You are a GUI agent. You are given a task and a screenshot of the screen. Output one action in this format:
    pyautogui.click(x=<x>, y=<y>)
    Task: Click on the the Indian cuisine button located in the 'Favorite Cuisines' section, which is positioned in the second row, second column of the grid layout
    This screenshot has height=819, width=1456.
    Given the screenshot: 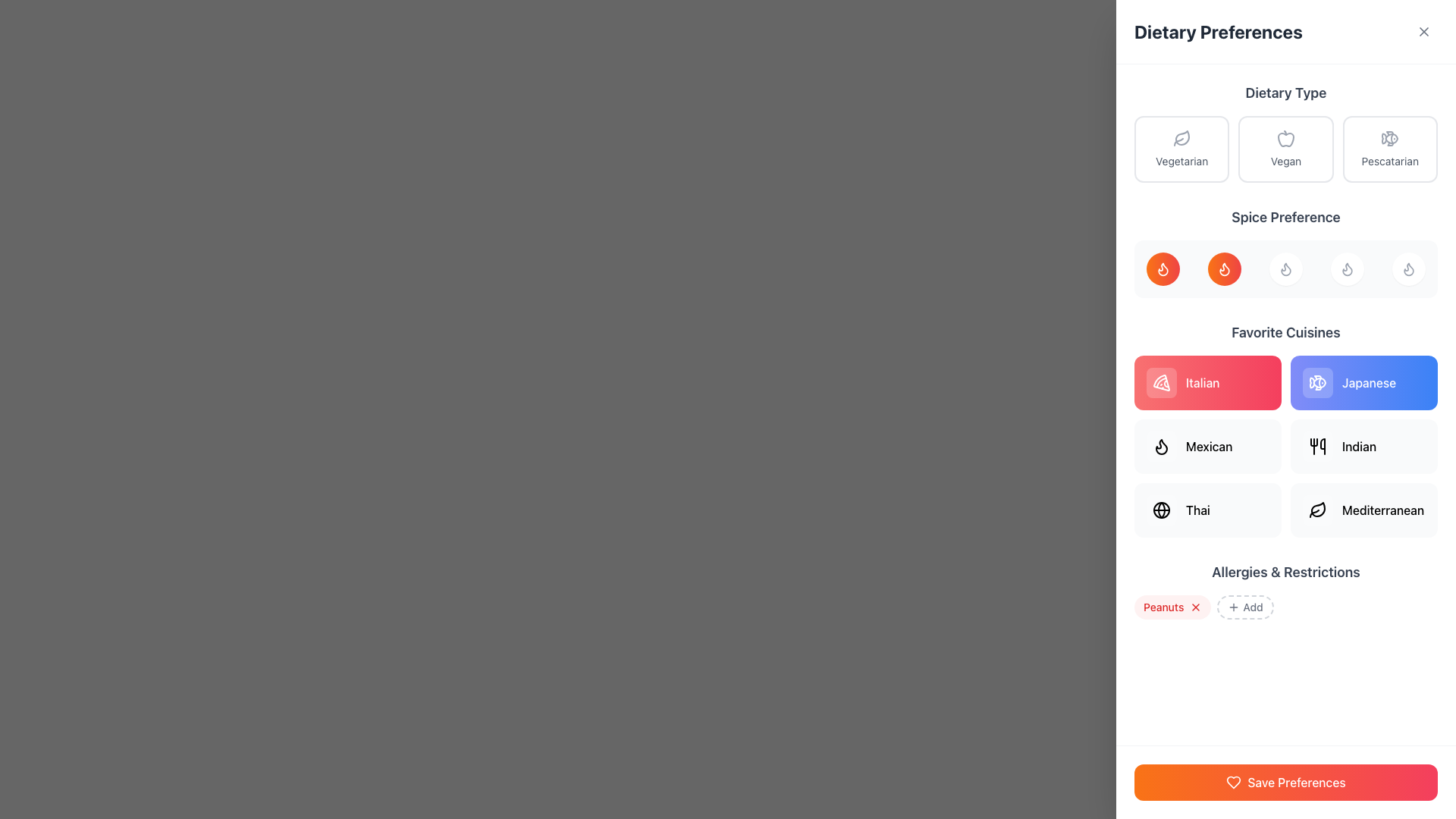 What is the action you would take?
    pyautogui.click(x=1364, y=446)
    